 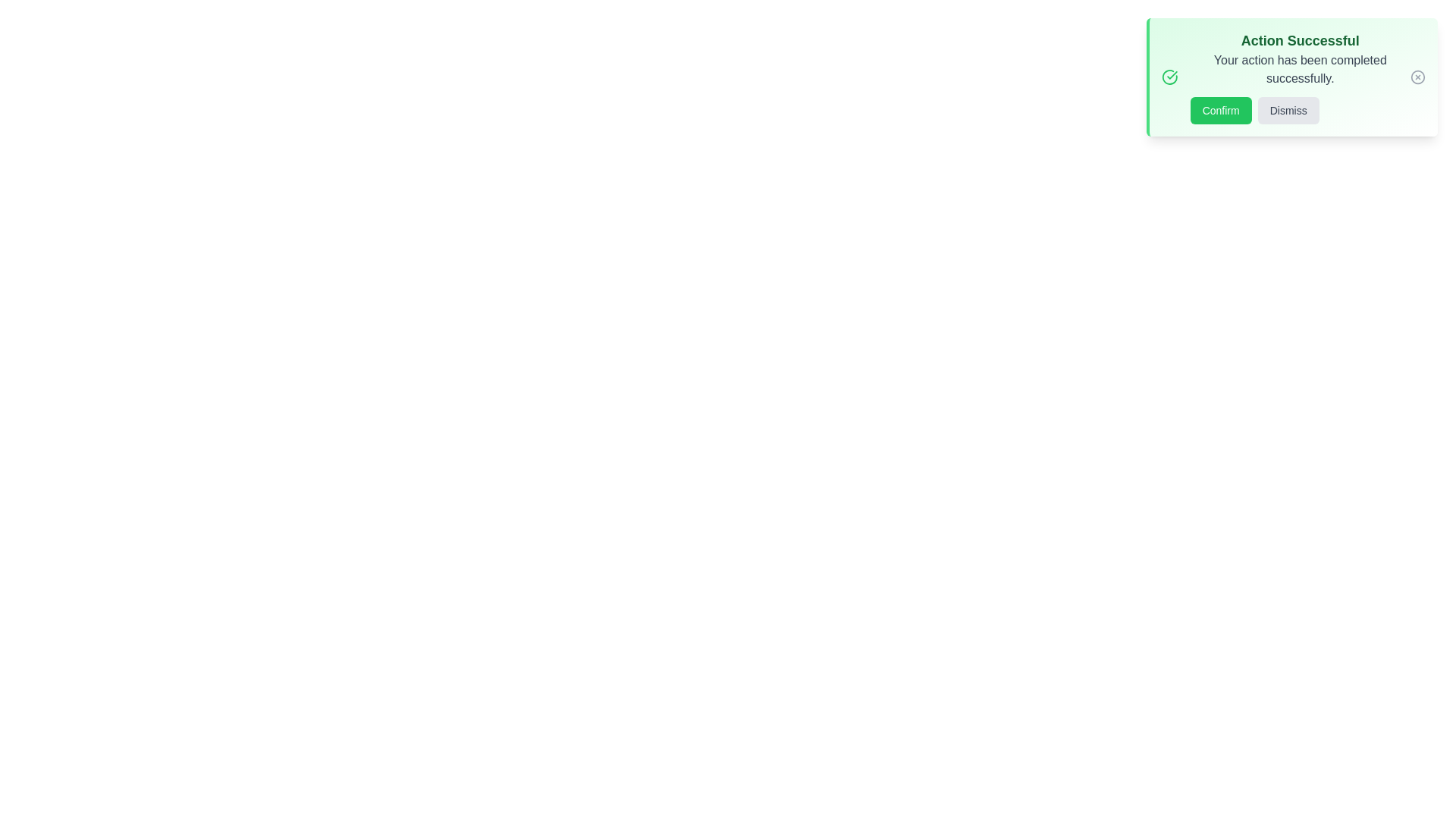 What do you see at coordinates (1221, 110) in the screenshot?
I see `the 'Confirm' button to acknowledge the action` at bounding box center [1221, 110].